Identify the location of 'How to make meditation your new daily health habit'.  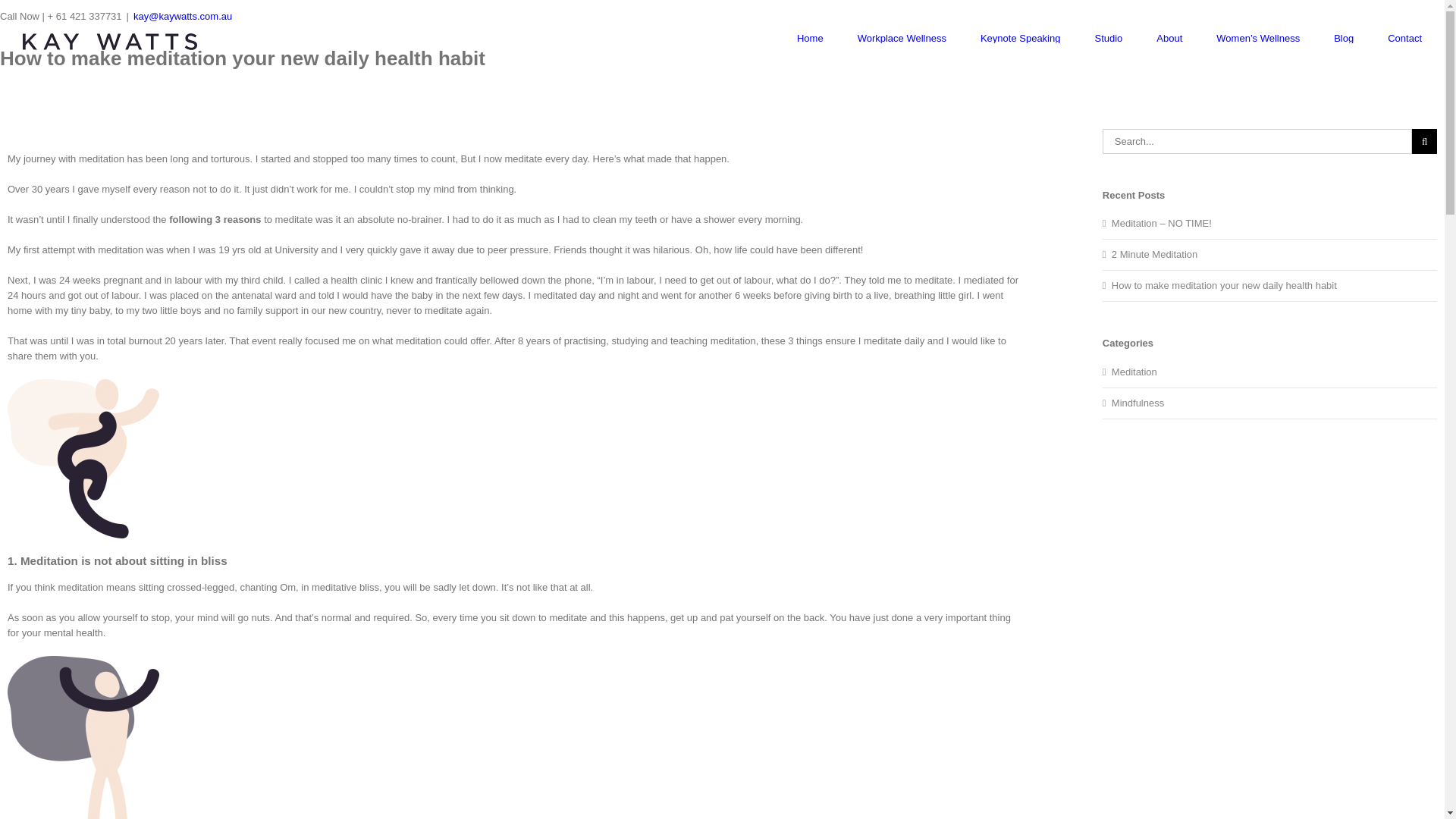
(1224, 285).